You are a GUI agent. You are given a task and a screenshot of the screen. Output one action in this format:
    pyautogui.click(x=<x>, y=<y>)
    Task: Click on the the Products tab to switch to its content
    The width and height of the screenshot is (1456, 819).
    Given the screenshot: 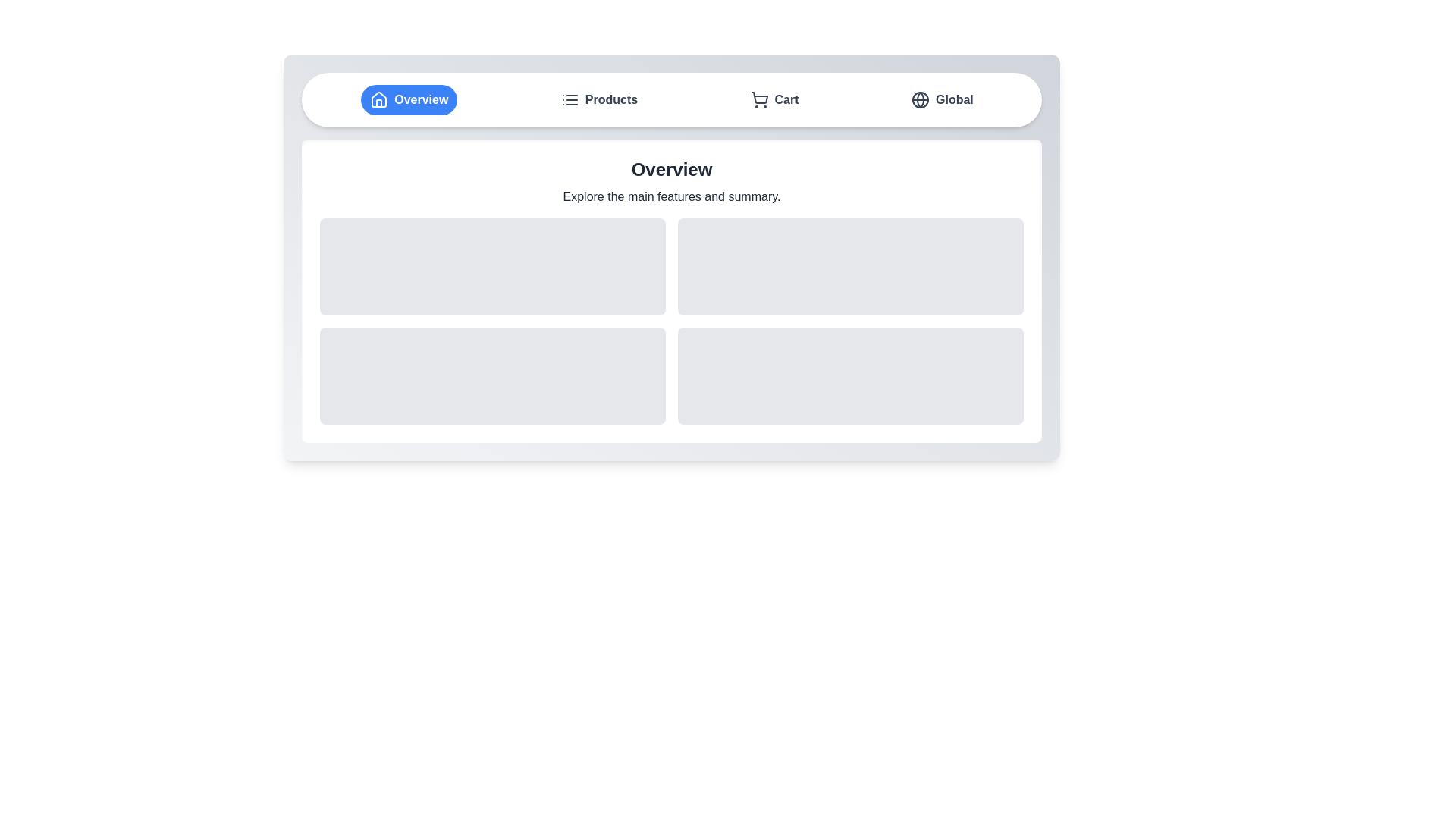 What is the action you would take?
    pyautogui.click(x=598, y=99)
    